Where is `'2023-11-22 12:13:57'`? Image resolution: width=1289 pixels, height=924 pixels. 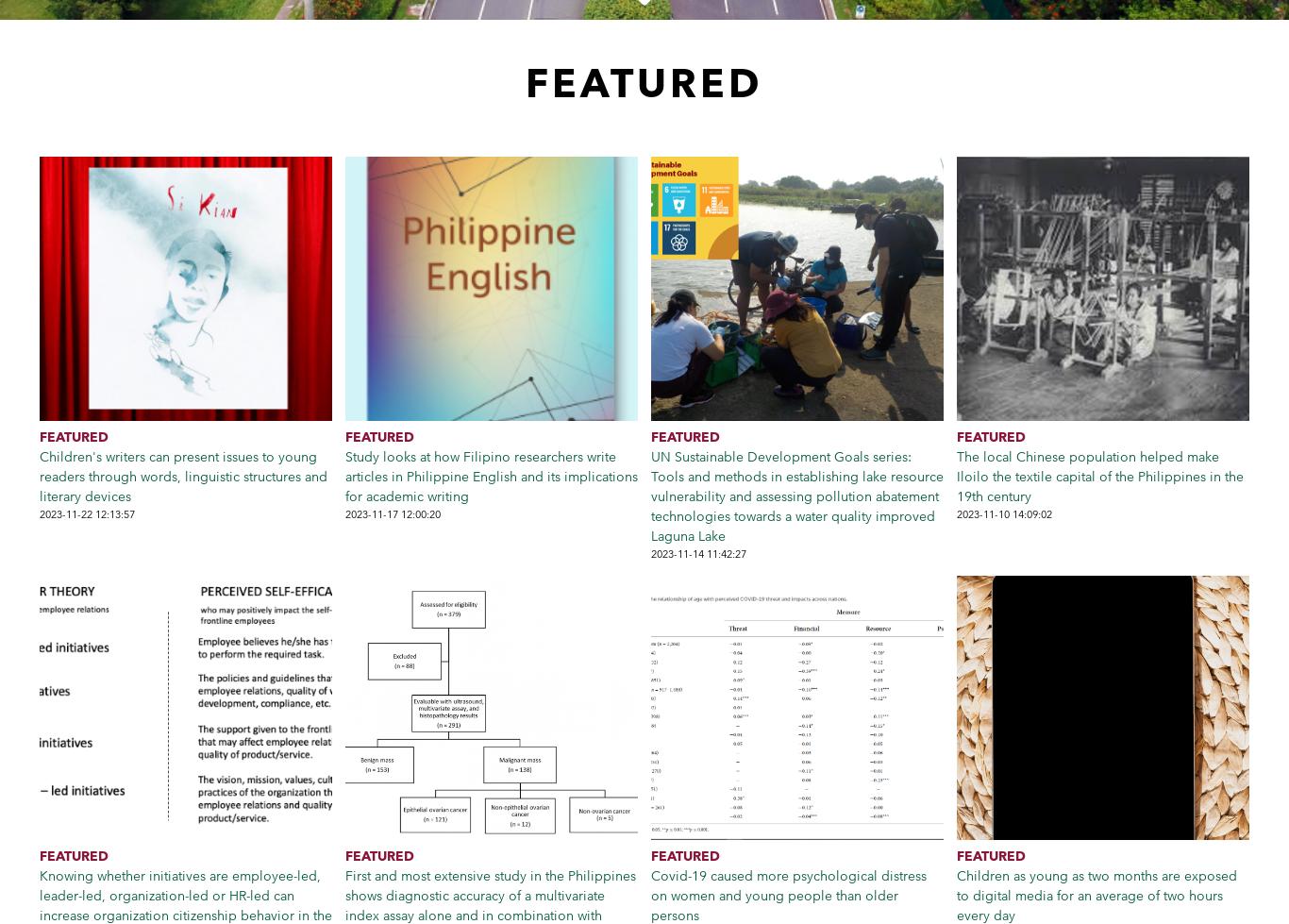 '2023-11-22 12:13:57' is located at coordinates (87, 513).